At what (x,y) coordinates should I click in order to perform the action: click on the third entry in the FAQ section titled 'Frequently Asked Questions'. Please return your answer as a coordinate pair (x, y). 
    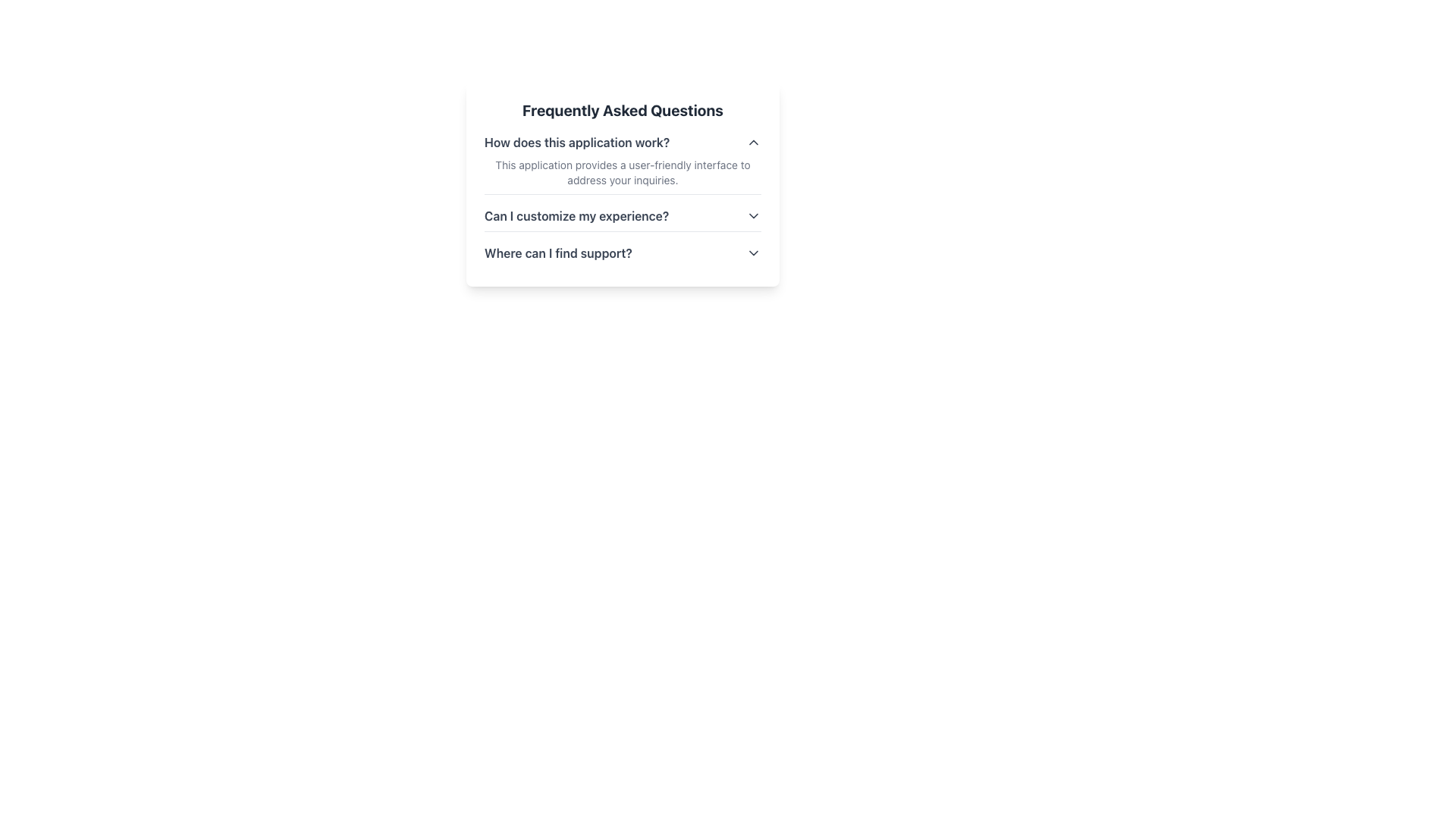
    Looking at the image, I should click on (623, 253).